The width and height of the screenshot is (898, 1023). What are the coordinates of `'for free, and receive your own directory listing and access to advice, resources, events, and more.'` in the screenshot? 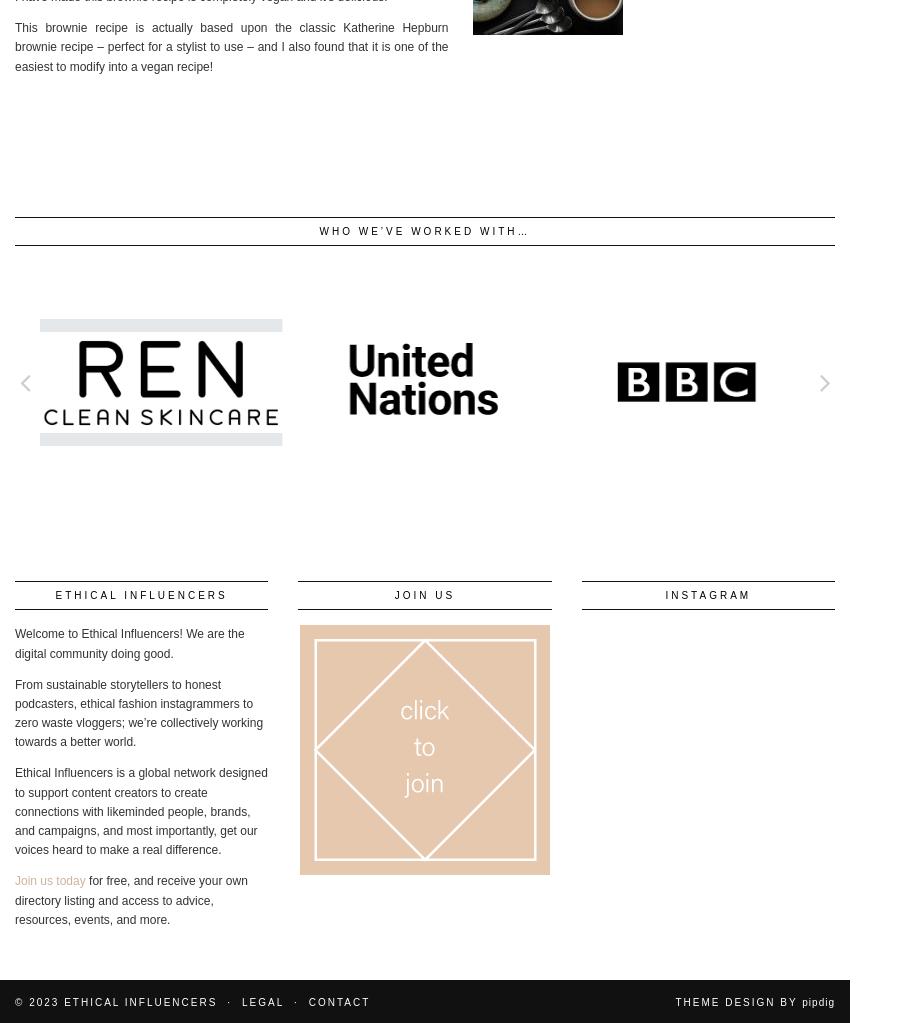 It's located at (130, 900).